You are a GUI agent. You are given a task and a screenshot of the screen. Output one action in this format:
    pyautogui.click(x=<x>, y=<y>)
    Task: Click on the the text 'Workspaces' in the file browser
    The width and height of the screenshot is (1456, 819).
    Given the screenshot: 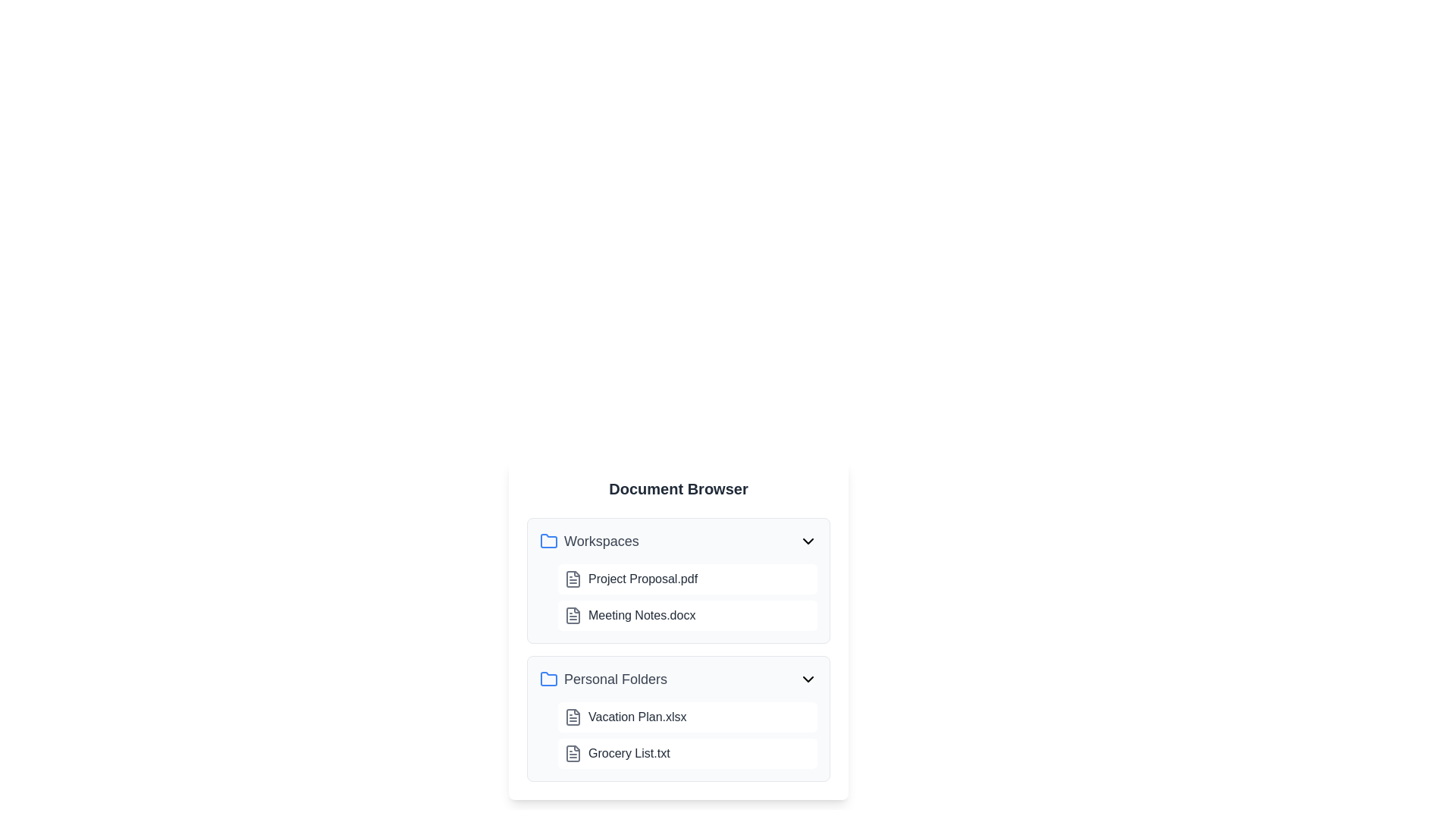 What is the action you would take?
    pyautogui.click(x=588, y=540)
    